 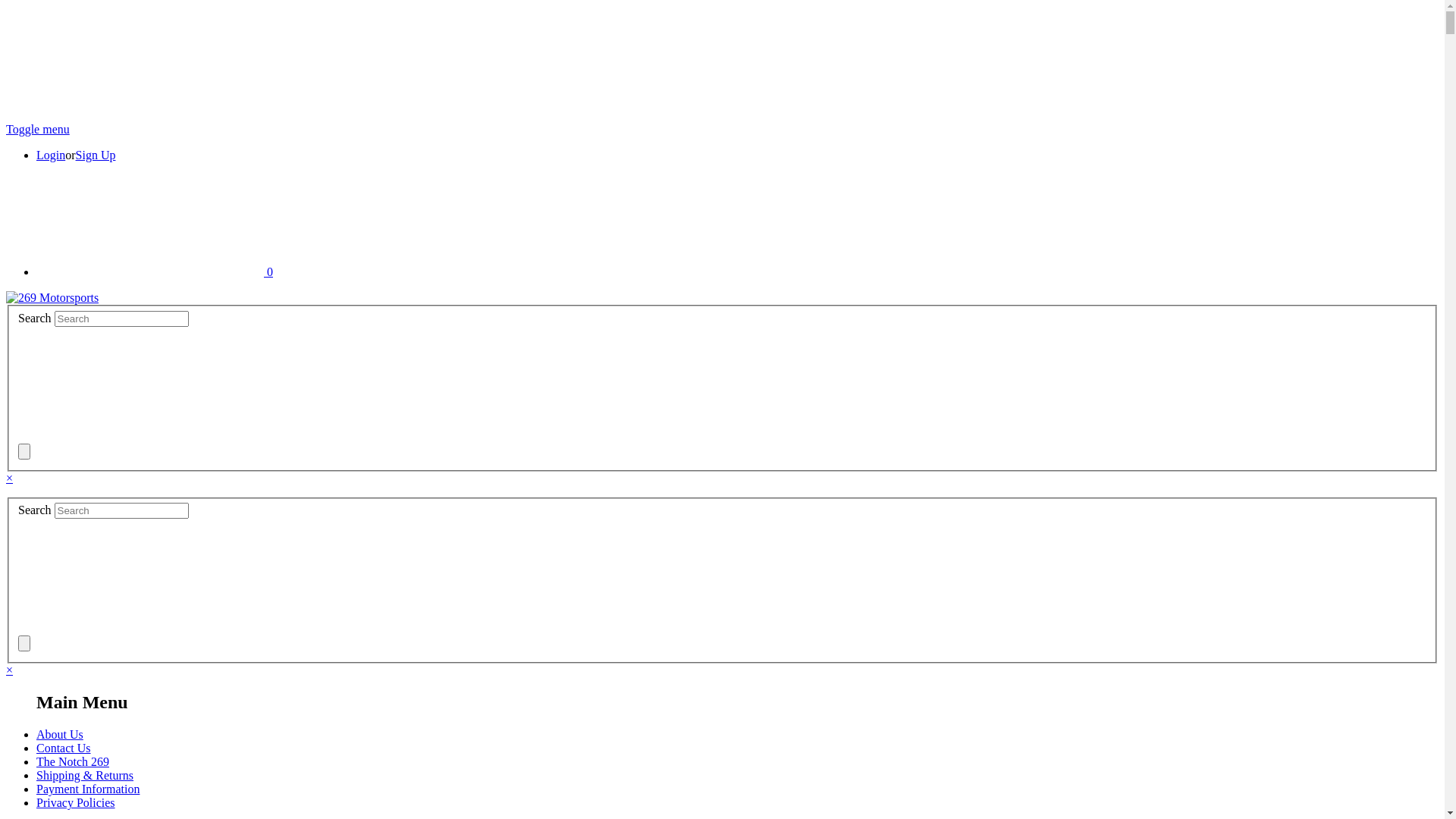 What do you see at coordinates (75, 802) in the screenshot?
I see `'Privacy Policies'` at bounding box center [75, 802].